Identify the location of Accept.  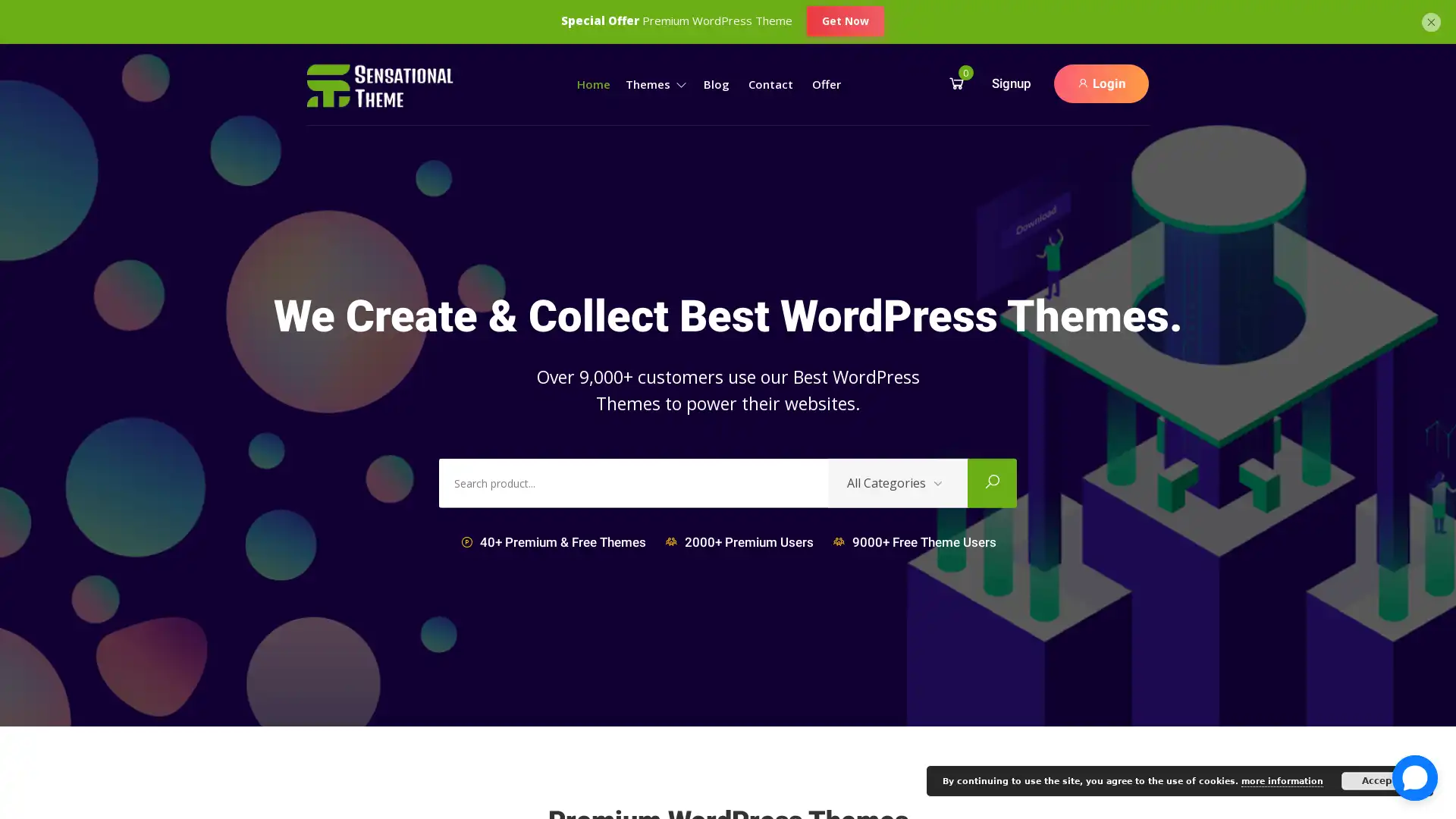
(1379, 780).